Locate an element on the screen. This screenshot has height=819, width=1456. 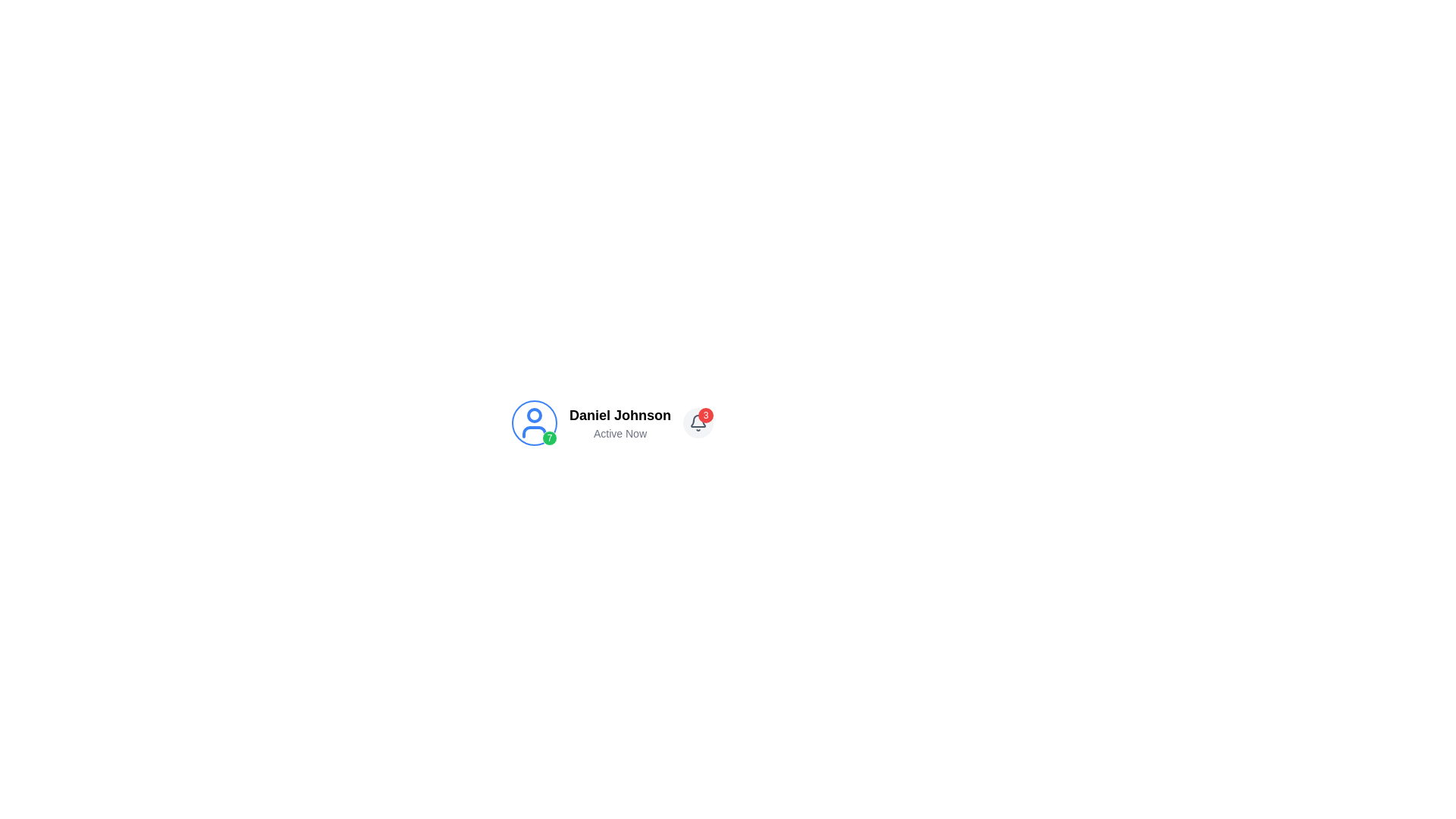
the lower part of the vector graphic element representing the user's profile icon, which is located below the circular outline and to the left of the user's name and status is located at coordinates (535, 432).